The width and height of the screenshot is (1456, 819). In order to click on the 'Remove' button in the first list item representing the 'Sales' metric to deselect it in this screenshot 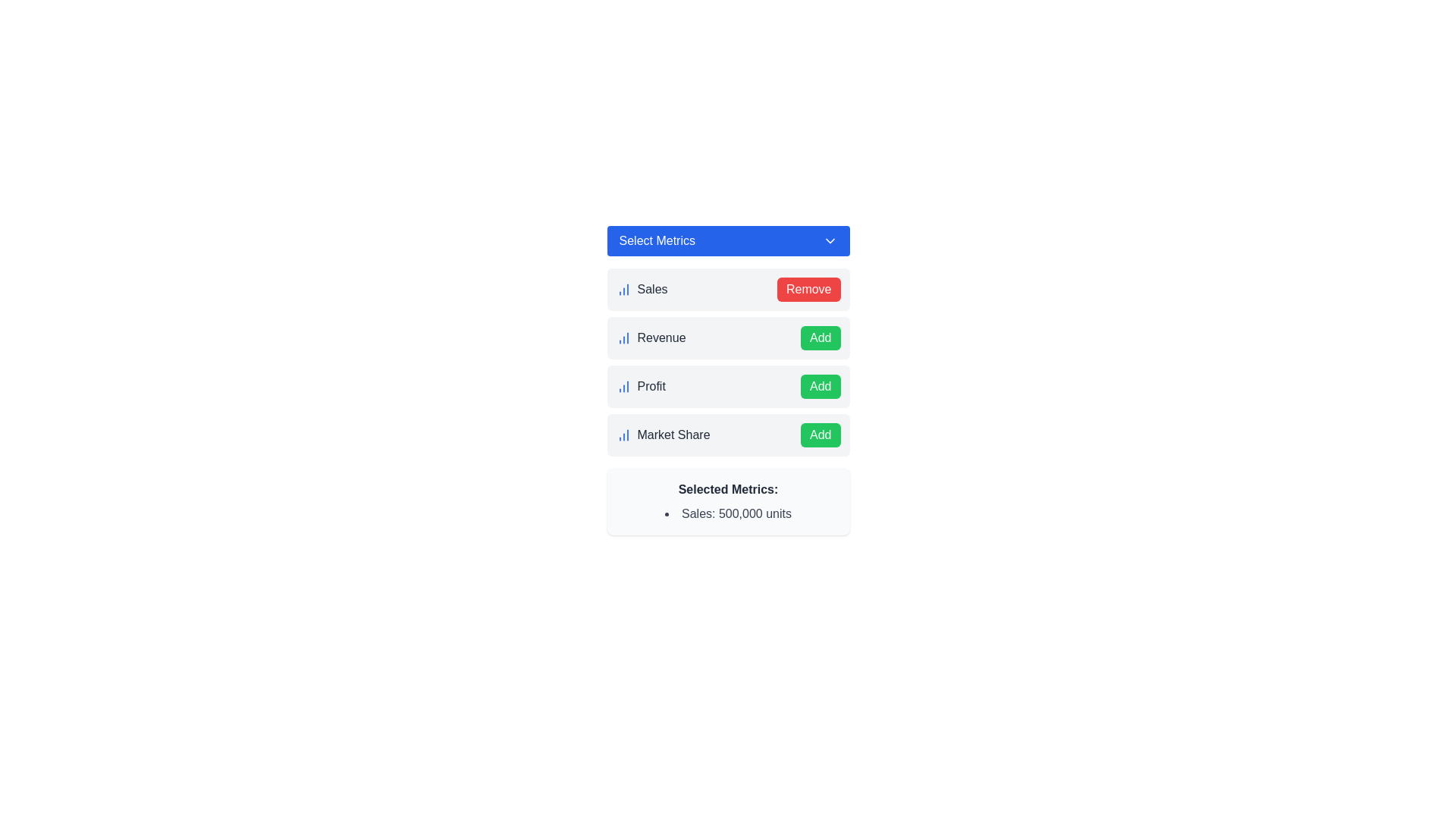, I will do `click(728, 289)`.